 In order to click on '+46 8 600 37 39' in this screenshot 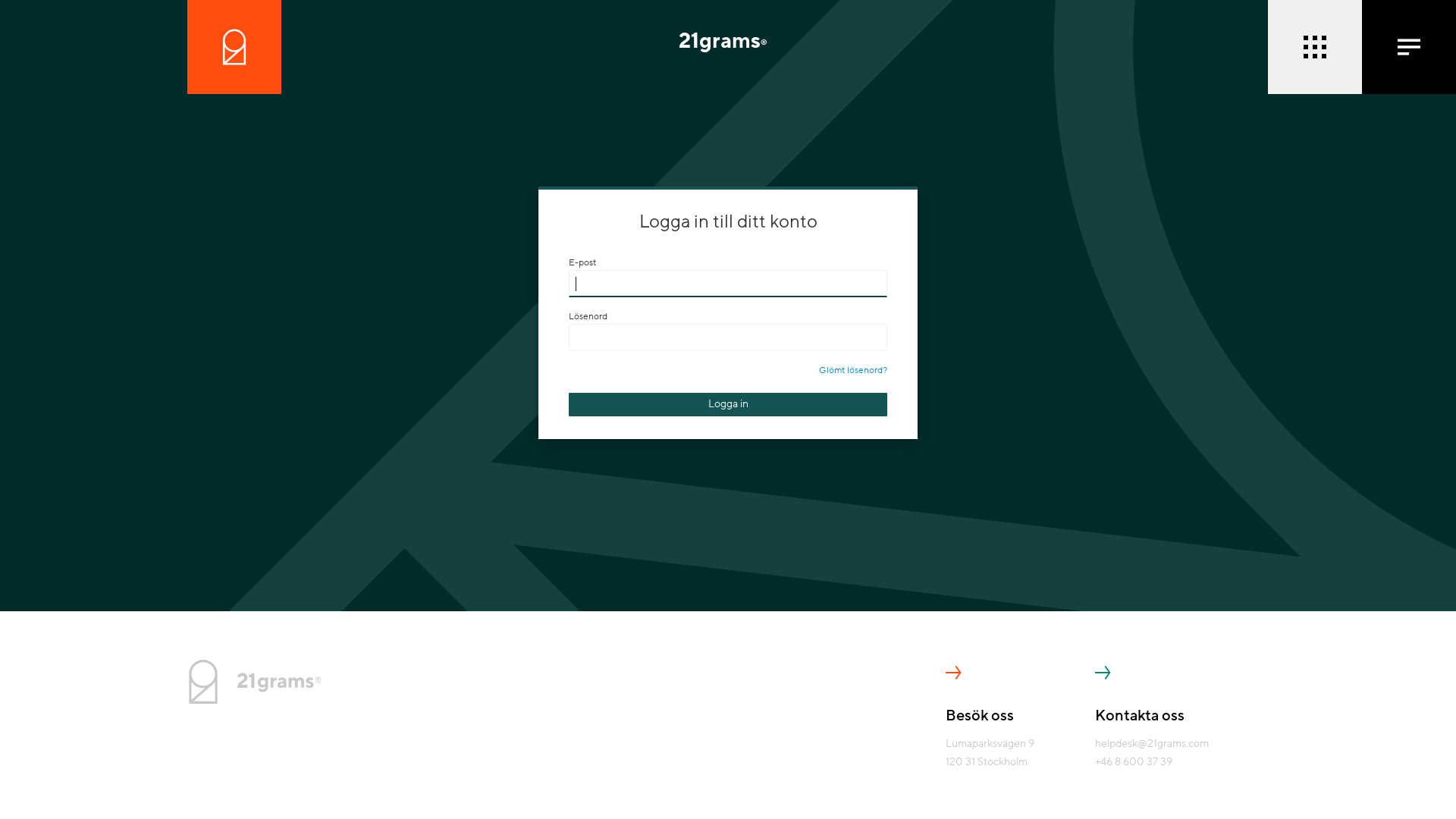, I will do `click(1095, 761)`.